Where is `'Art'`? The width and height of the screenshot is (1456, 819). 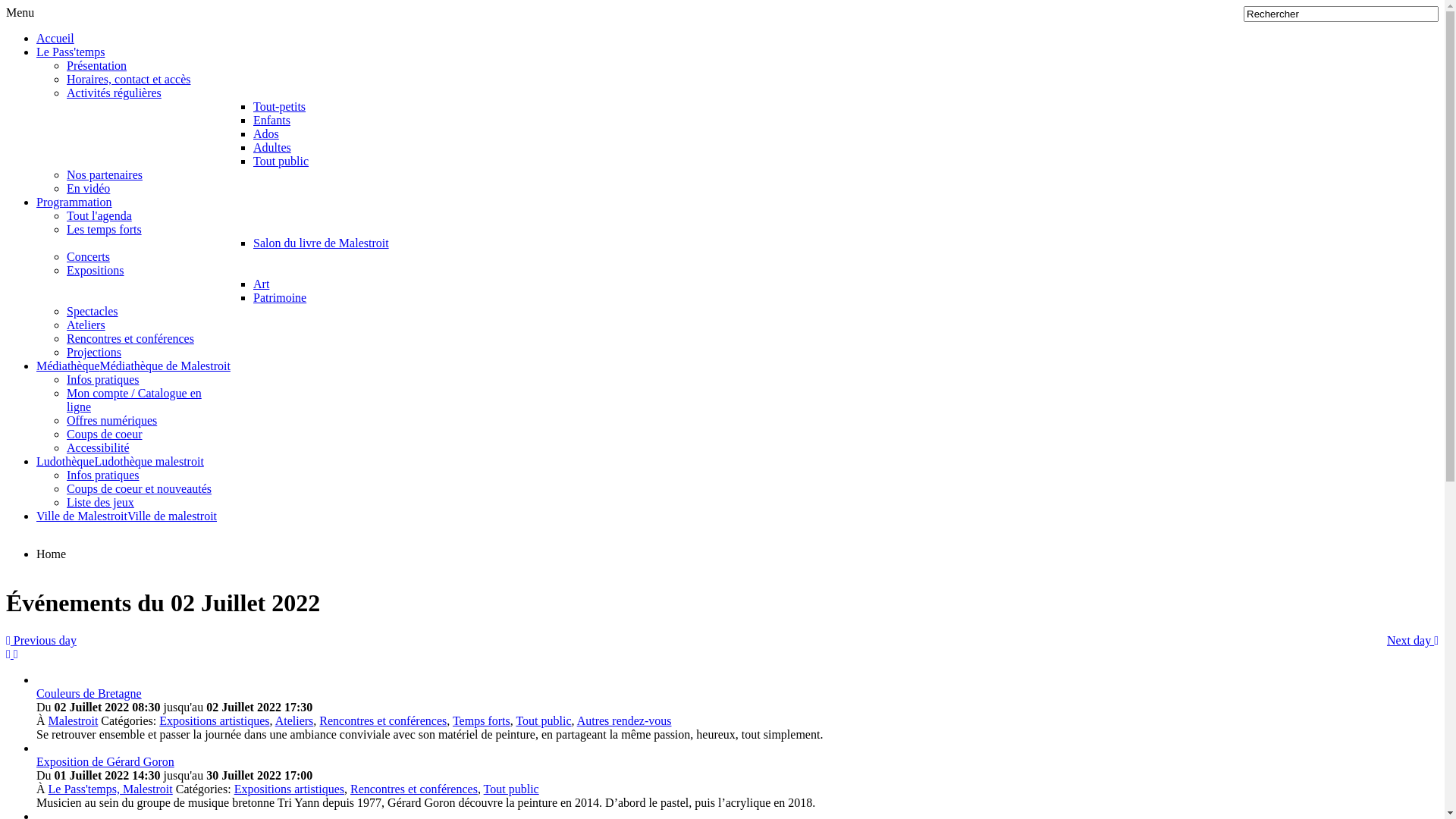
'Art' is located at coordinates (261, 284).